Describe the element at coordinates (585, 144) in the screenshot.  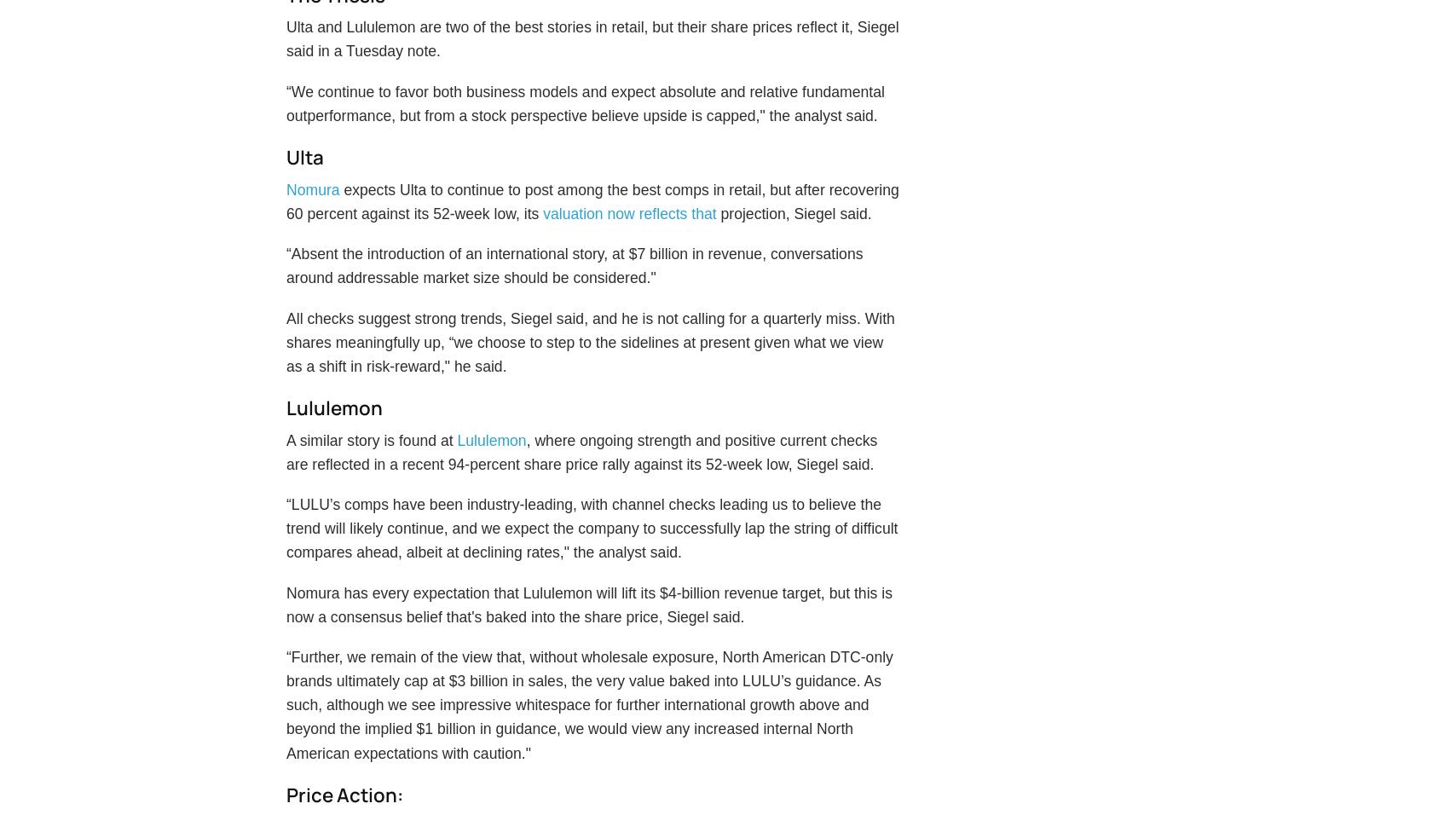
I see `'“We continue to favor both business models and expect absolute and relative fundamental outperformance, but from a stock perspective believe upside is capped," the analyst said.'` at that location.